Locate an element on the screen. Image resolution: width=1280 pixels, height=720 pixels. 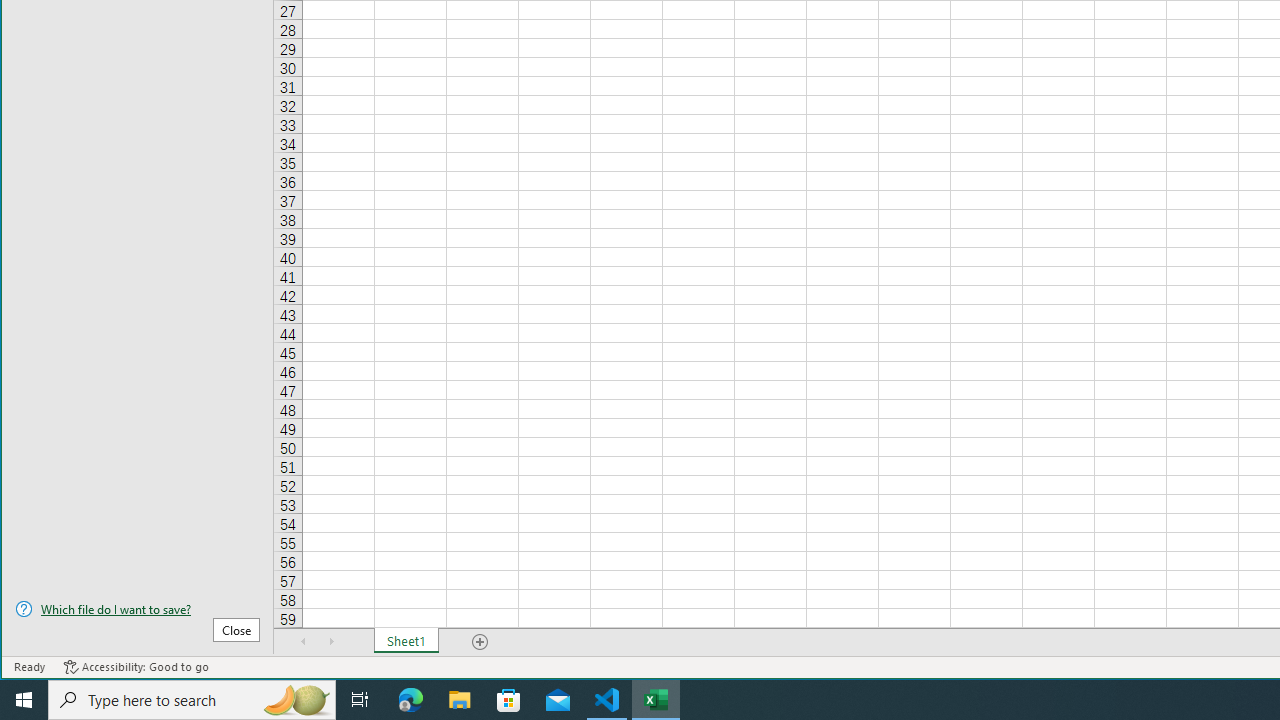
'Scroll Left' is located at coordinates (303, 641).